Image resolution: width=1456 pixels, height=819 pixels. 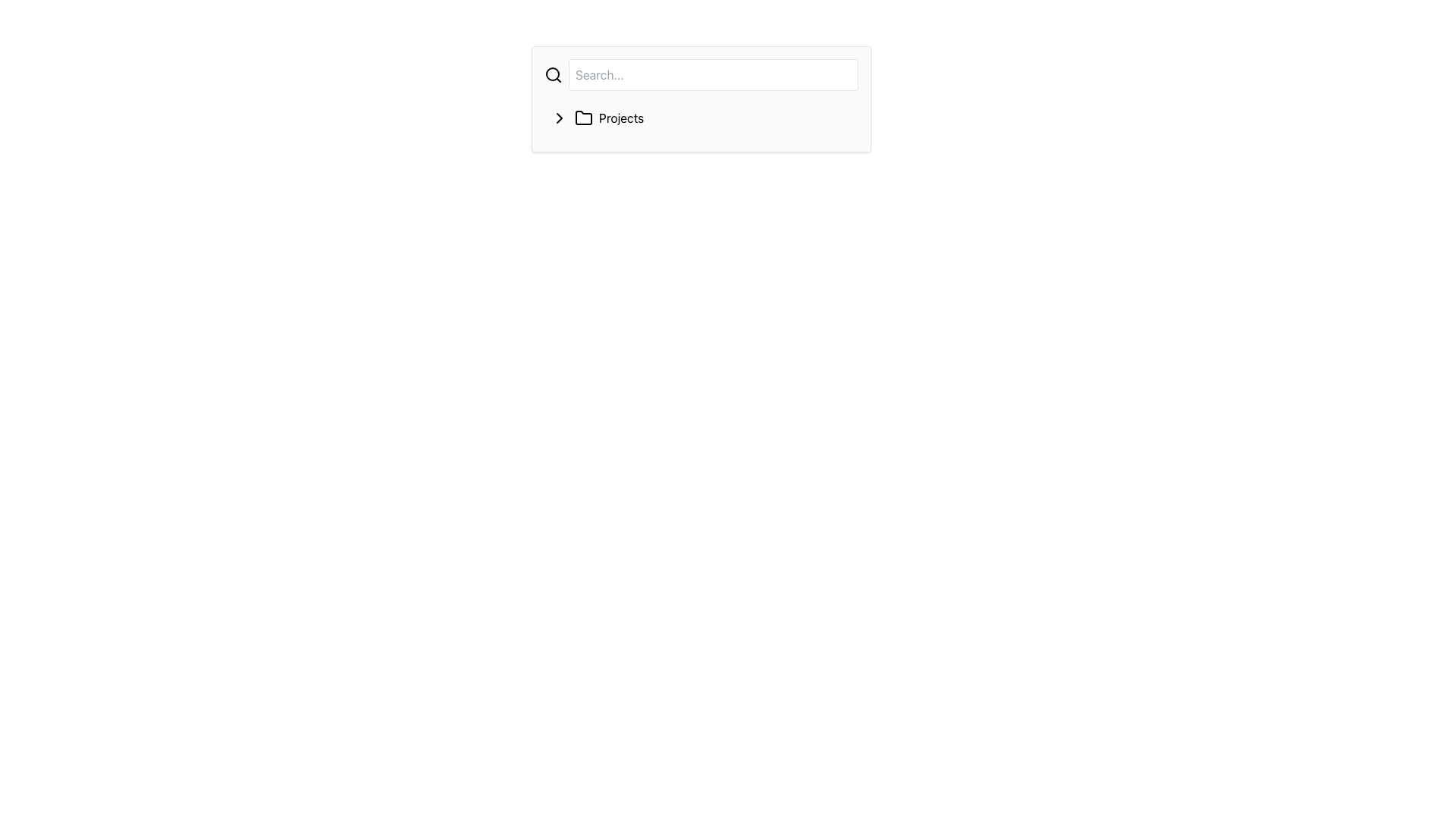 What do you see at coordinates (621, 117) in the screenshot?
I see `the 'Projects' text label which indicates a section related to projects, located within a row aligned with a folder icon and an SVG arrow icon` at bounding box center [621, 117].